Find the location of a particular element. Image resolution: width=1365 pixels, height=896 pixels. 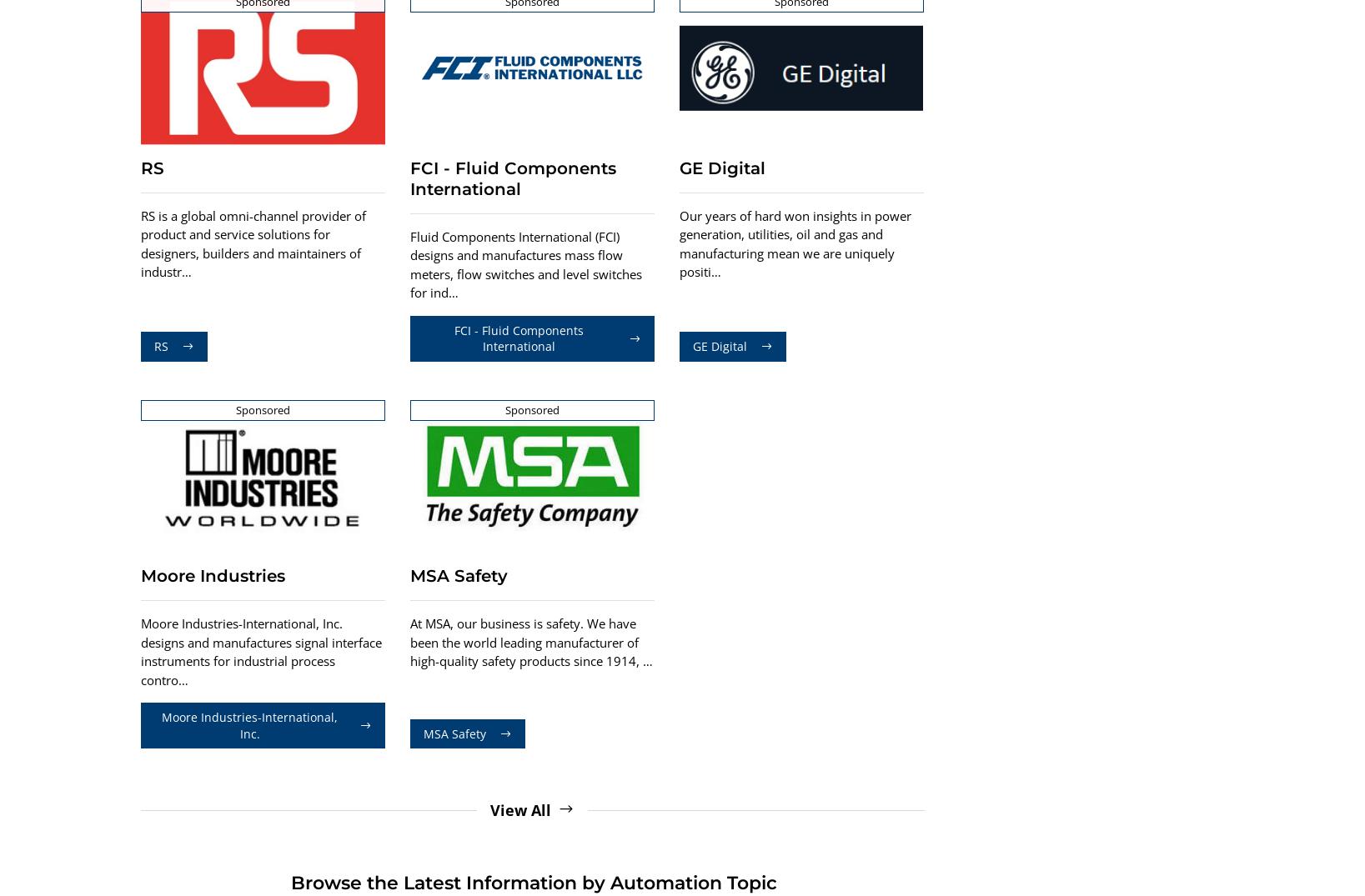

'Our years of hard won insights in power generation, utilities, oil and gas and manufacturing mean we are uniquely positi…' is located at coordinates (795, 243).